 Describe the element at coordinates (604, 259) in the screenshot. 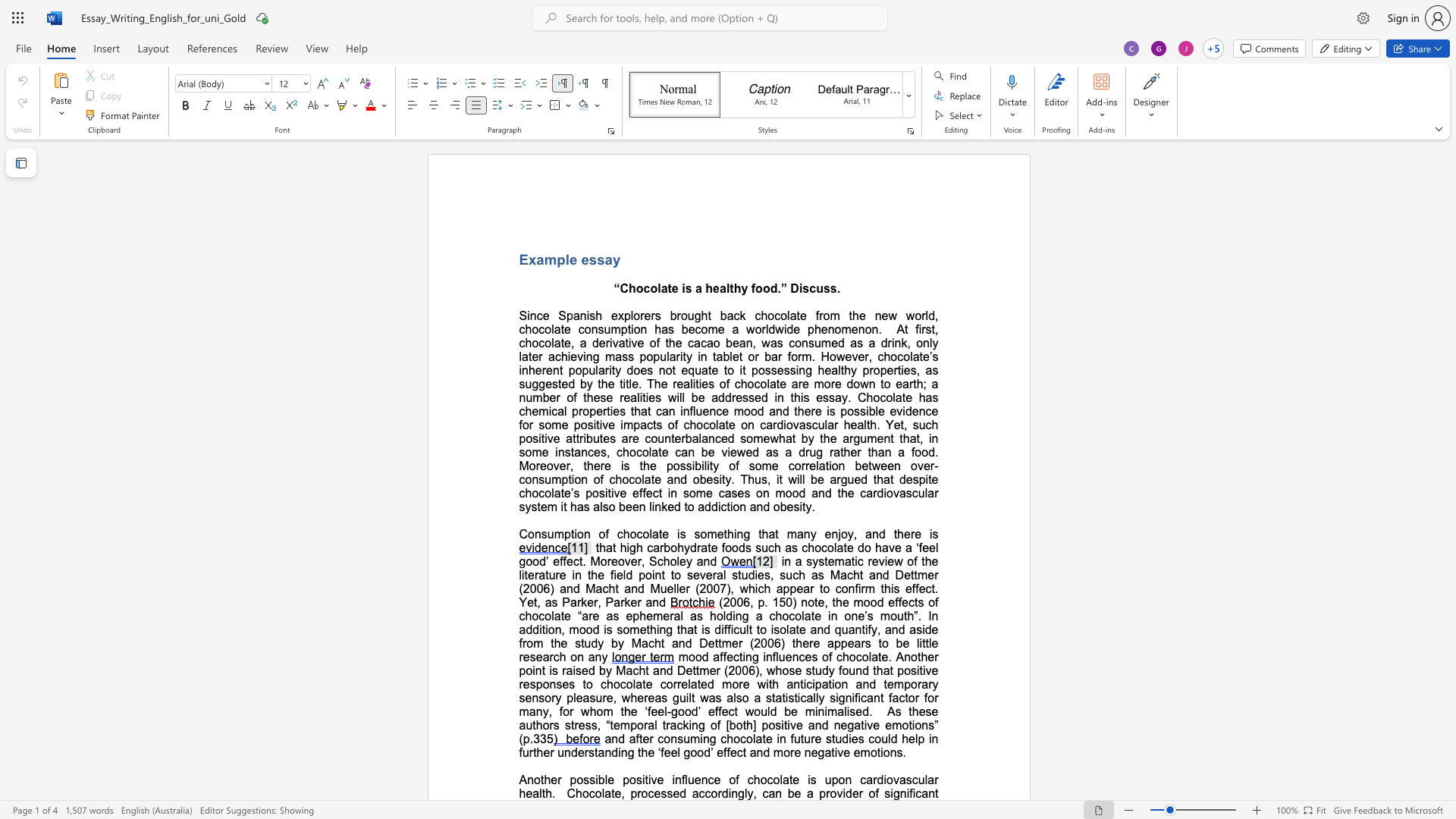

I see `the space between the continuous character "s" and "a" in the text` at that location.